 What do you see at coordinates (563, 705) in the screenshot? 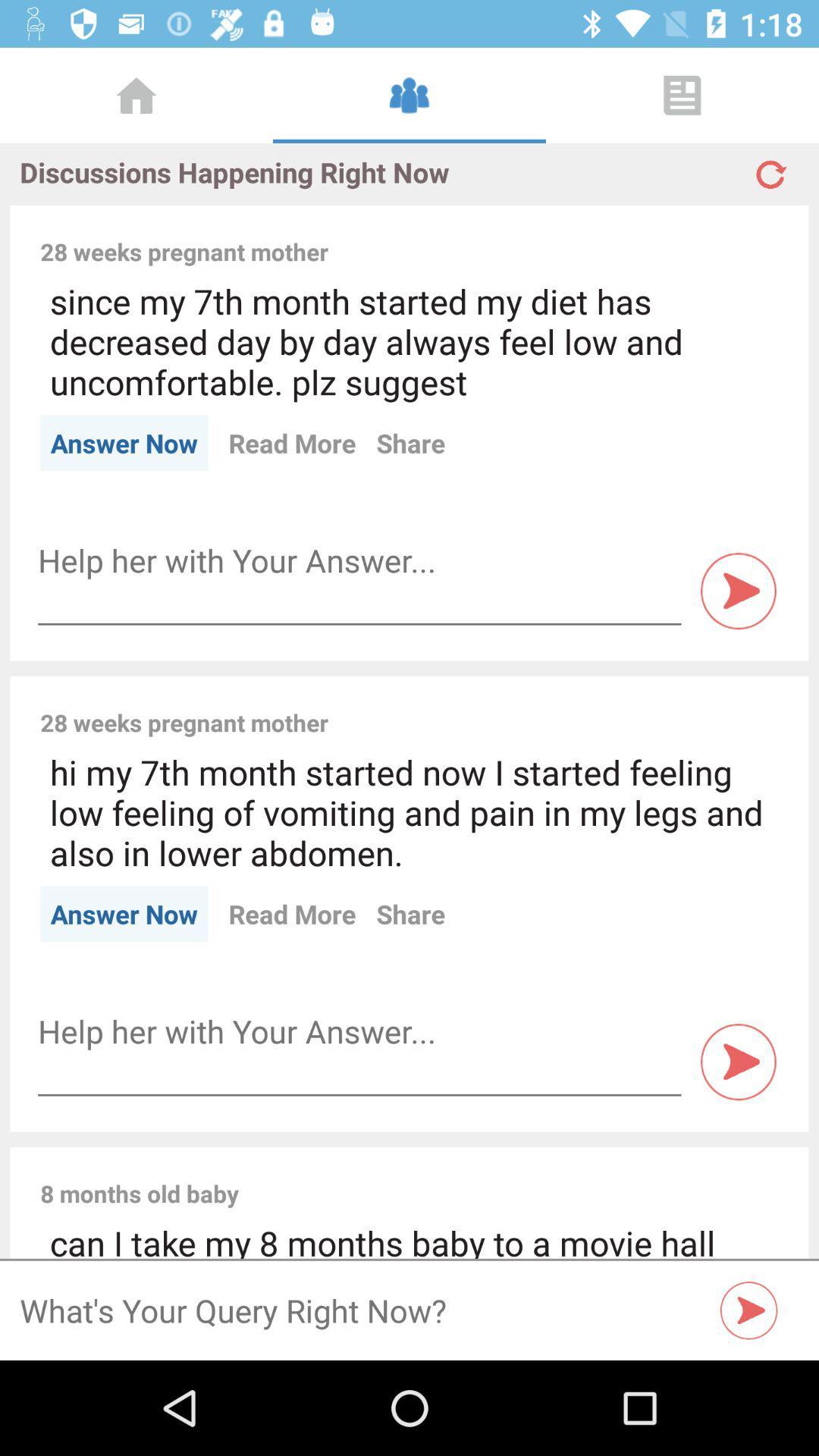
I see `the icon above the hi my 7th` at bounding box center [563, 705].